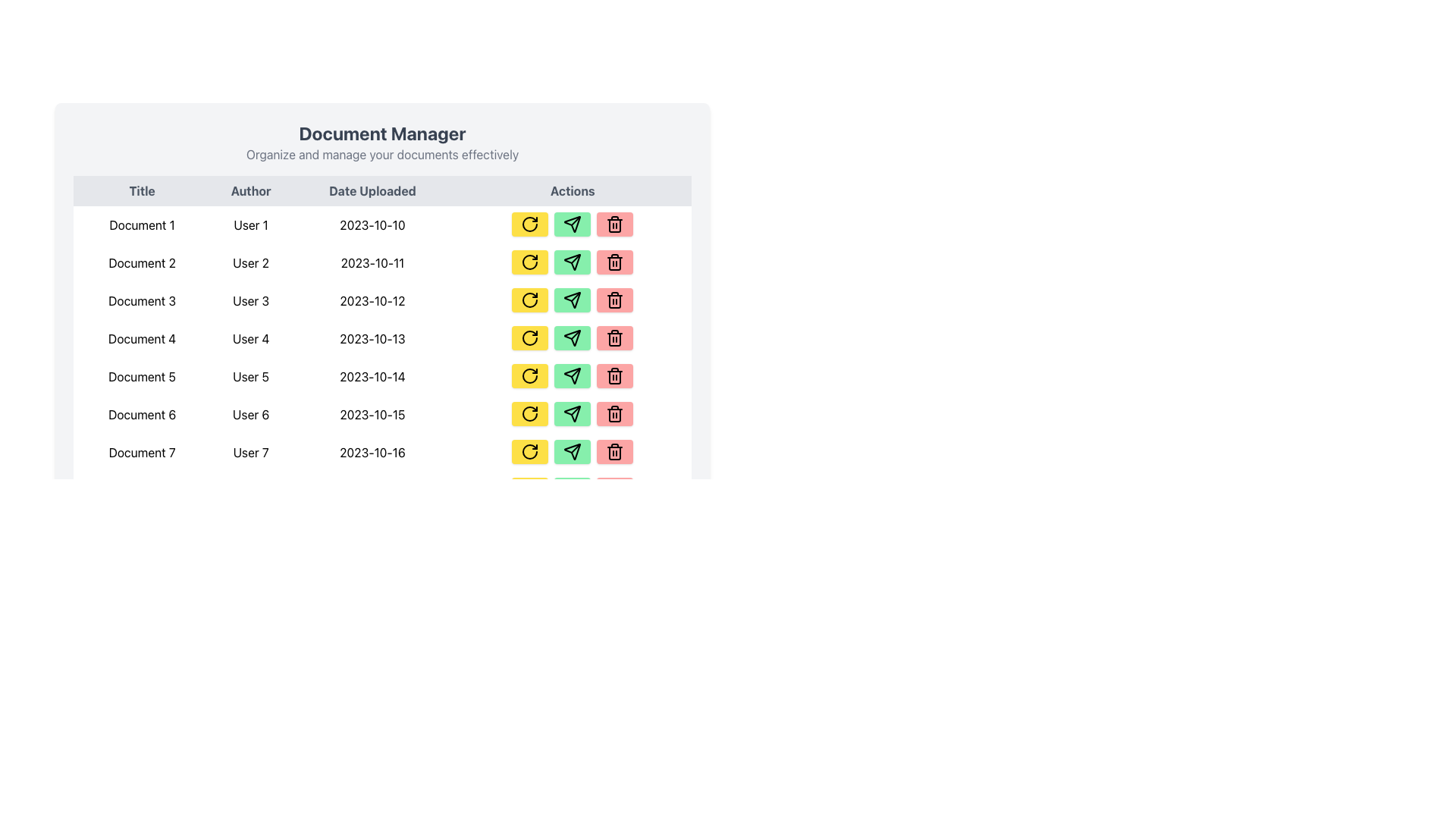 The height and width of the screenshot is (819, 1456). Describe the element at coordinates (572, 262) in the screenshot. I see `the second icon from the left in the 'Actions' section of the table corresponding to 'Document 5'` at that location.